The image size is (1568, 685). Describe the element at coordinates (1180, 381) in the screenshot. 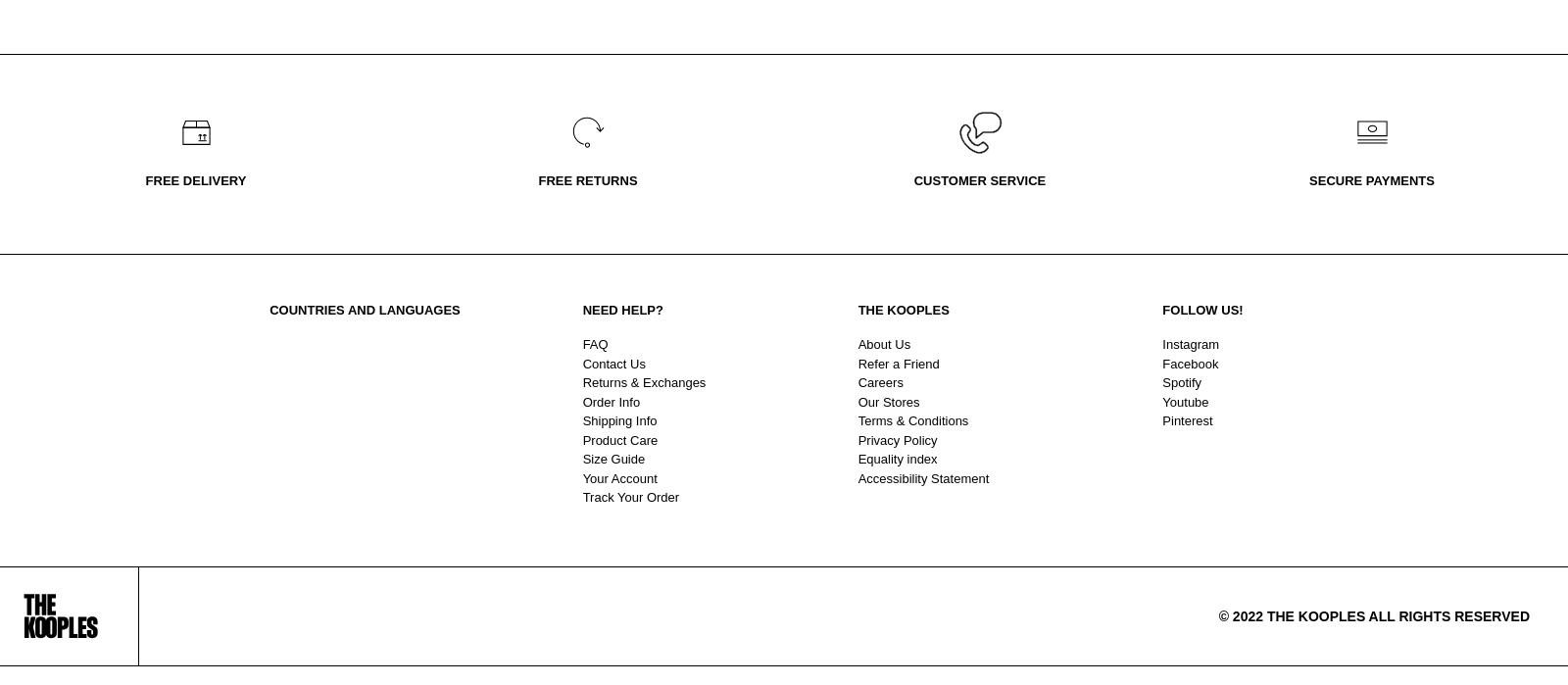

I see `'Spotify'` at that location.